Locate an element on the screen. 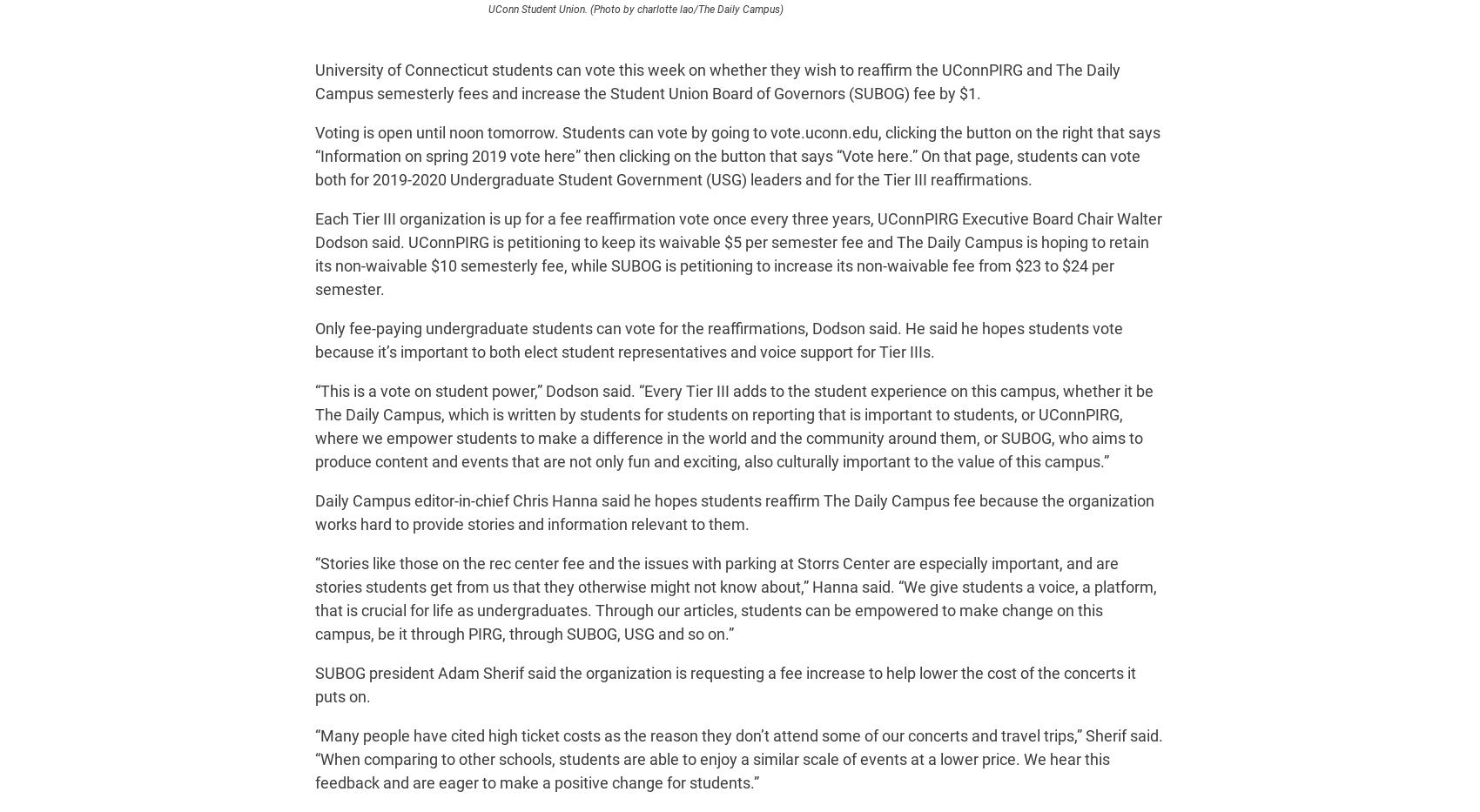  'SUBOG president Adam Sherif said the organization is requesting a fee increase to help lower the cost of the concerts it puts on.' is located at coordinates (724, 684).